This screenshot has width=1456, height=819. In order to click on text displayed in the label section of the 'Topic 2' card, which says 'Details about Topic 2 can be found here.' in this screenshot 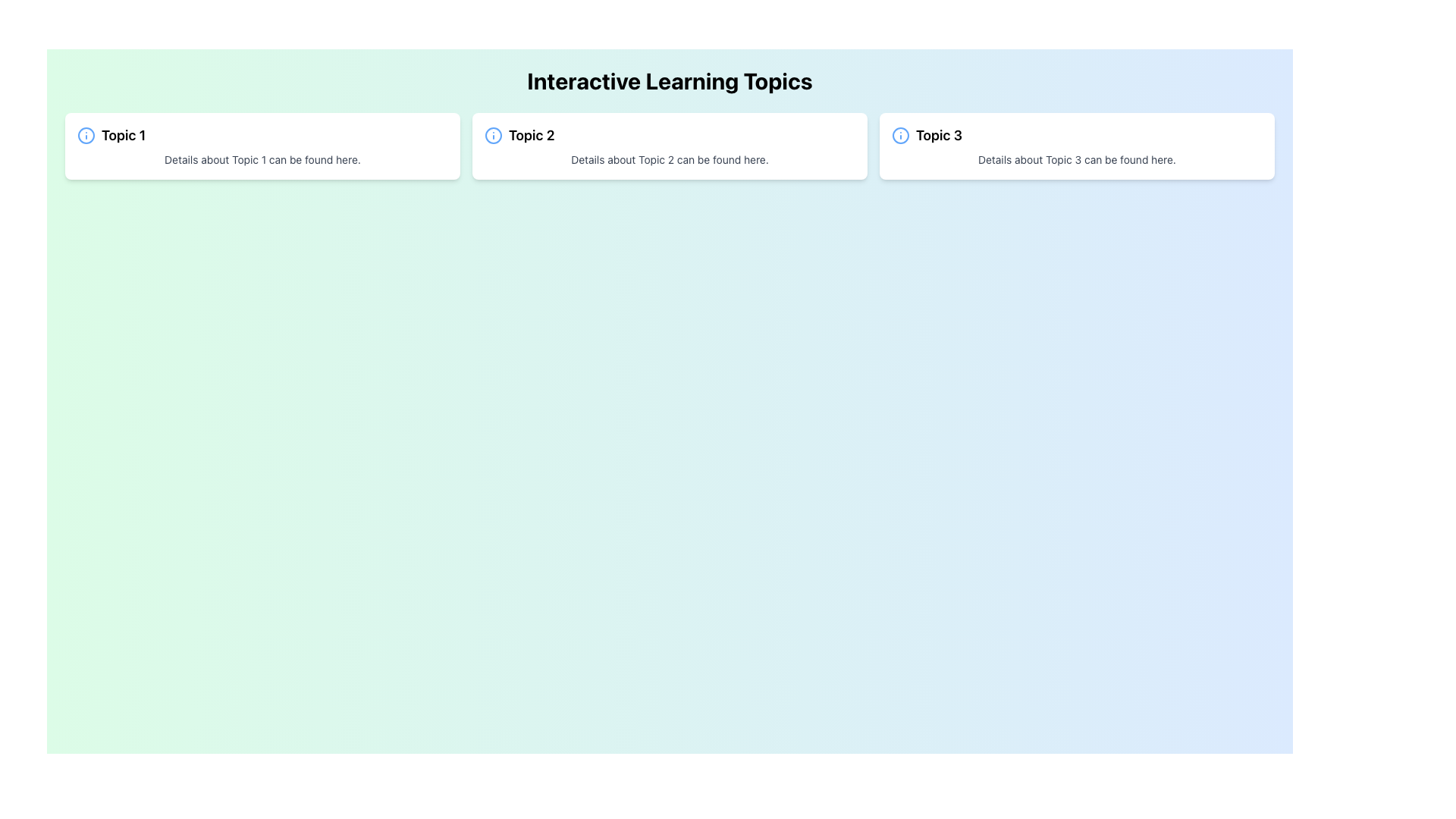, I will do `click(669, 160)`.